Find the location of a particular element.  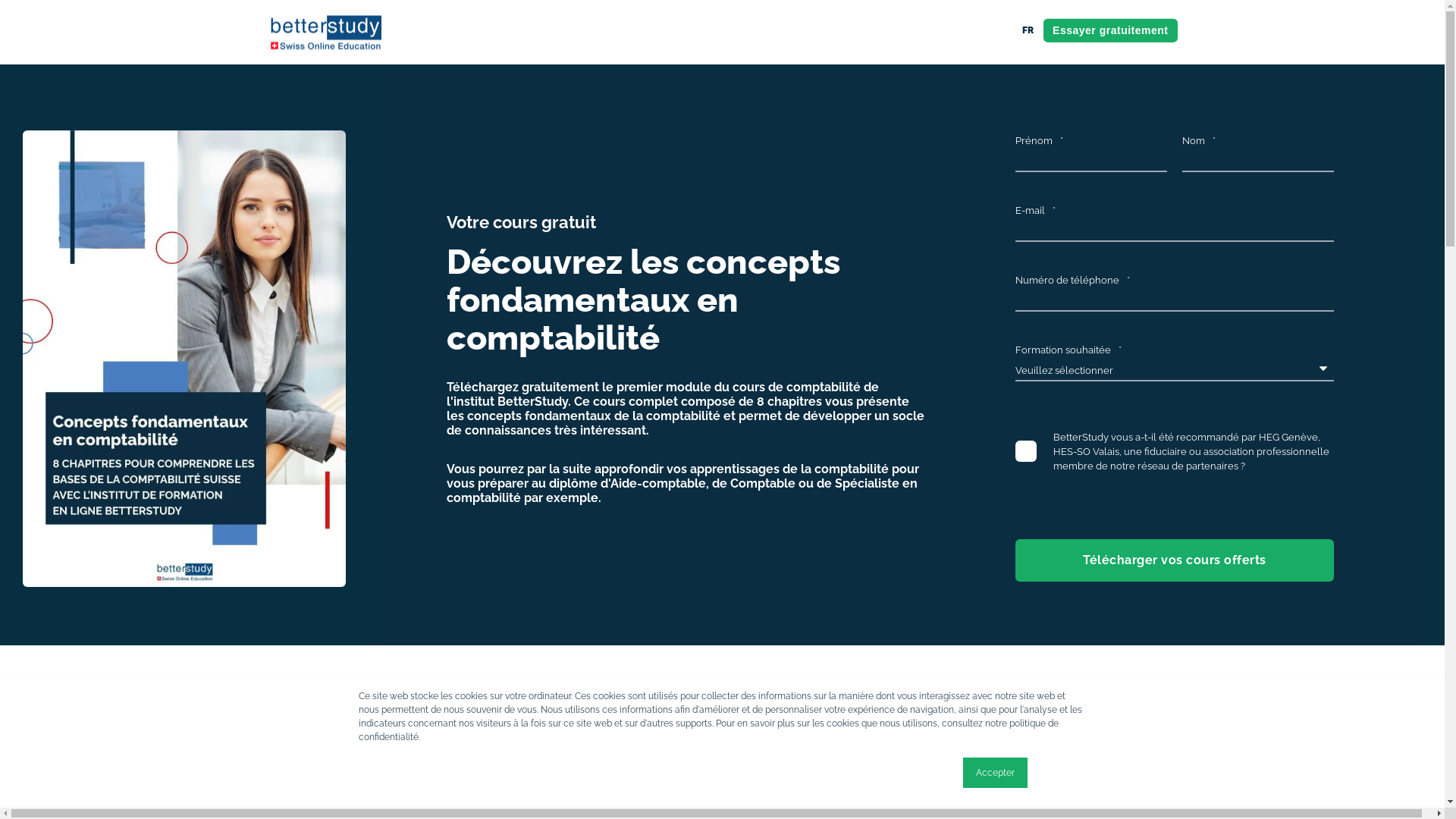

'logo' is located at coordinates (323, 32).